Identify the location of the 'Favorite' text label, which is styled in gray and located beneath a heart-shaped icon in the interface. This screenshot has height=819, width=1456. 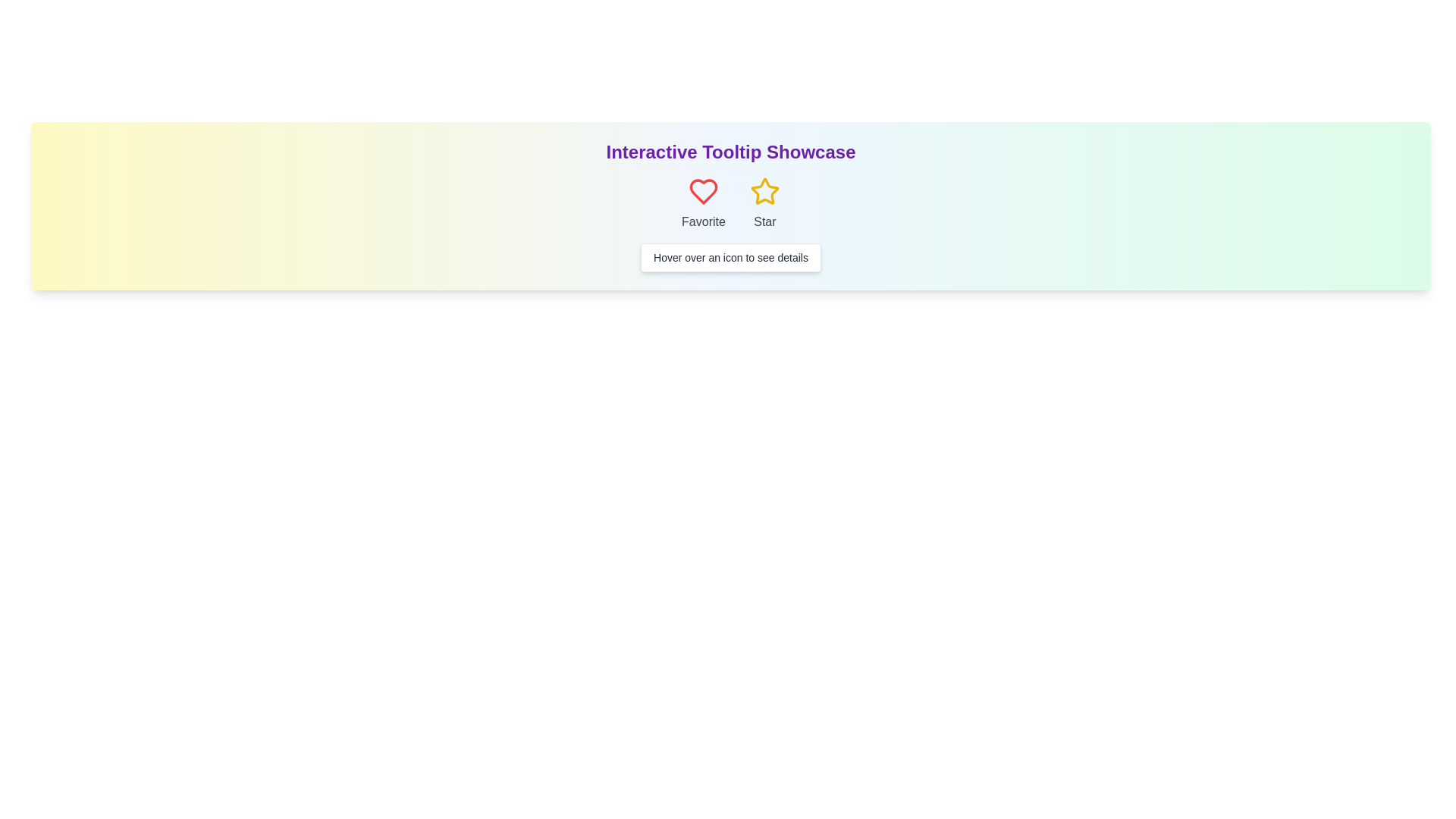
(702, 222).